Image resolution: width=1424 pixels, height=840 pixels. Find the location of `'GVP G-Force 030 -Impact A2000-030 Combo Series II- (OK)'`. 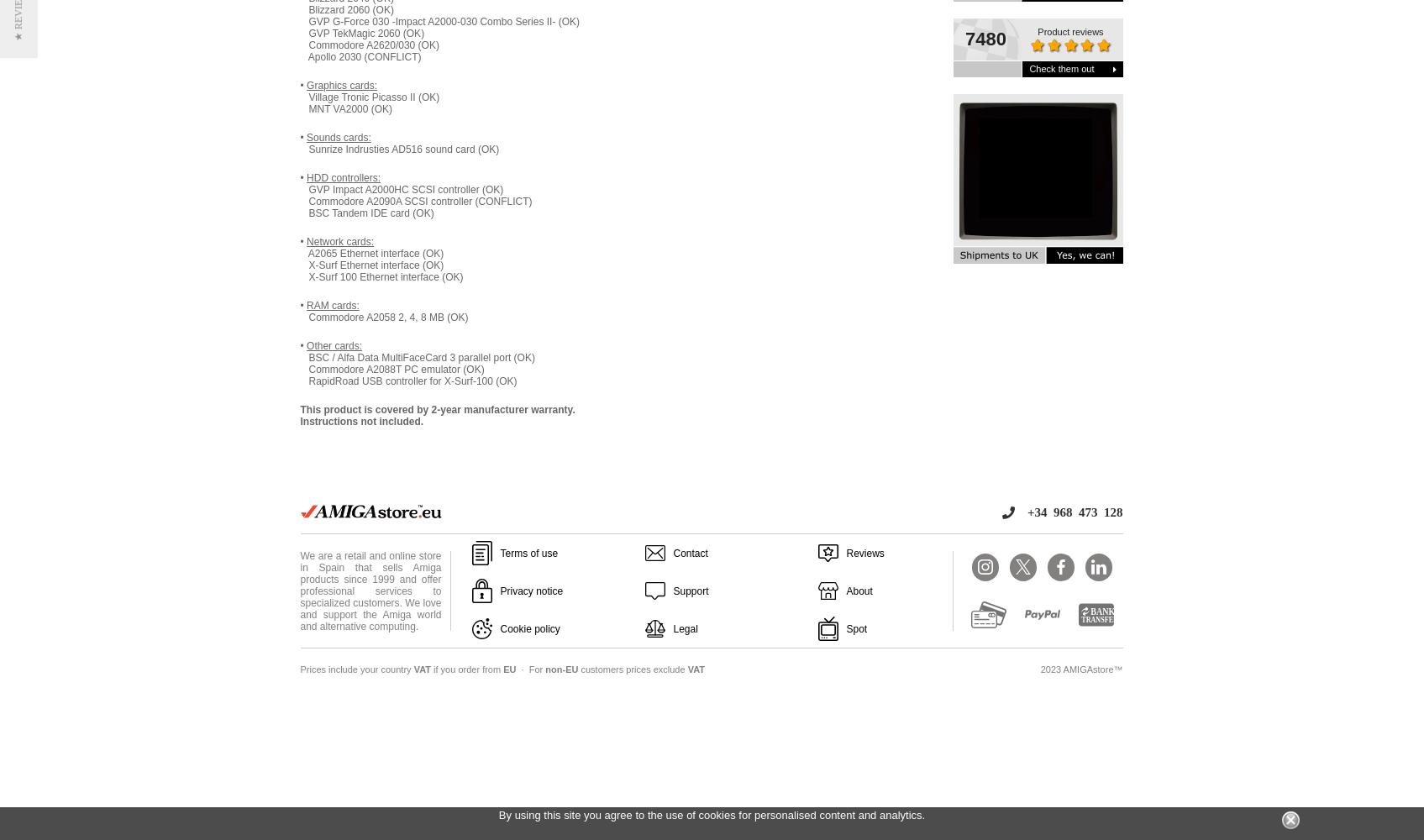

'GVP G-Force 030 -Impact A2000-030 Combo Series II- (OK)' is located at coordinates (439, 22).